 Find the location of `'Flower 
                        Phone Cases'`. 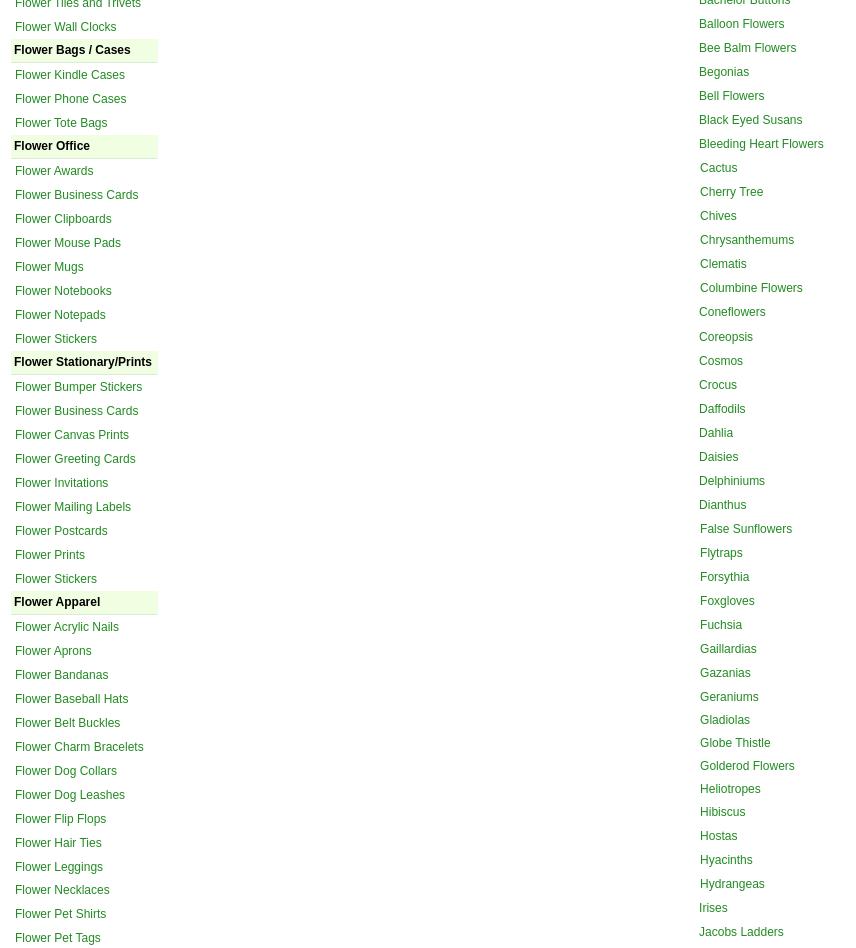

'Flower 
                        Phone Cases' is located at coordinates (69, 98).